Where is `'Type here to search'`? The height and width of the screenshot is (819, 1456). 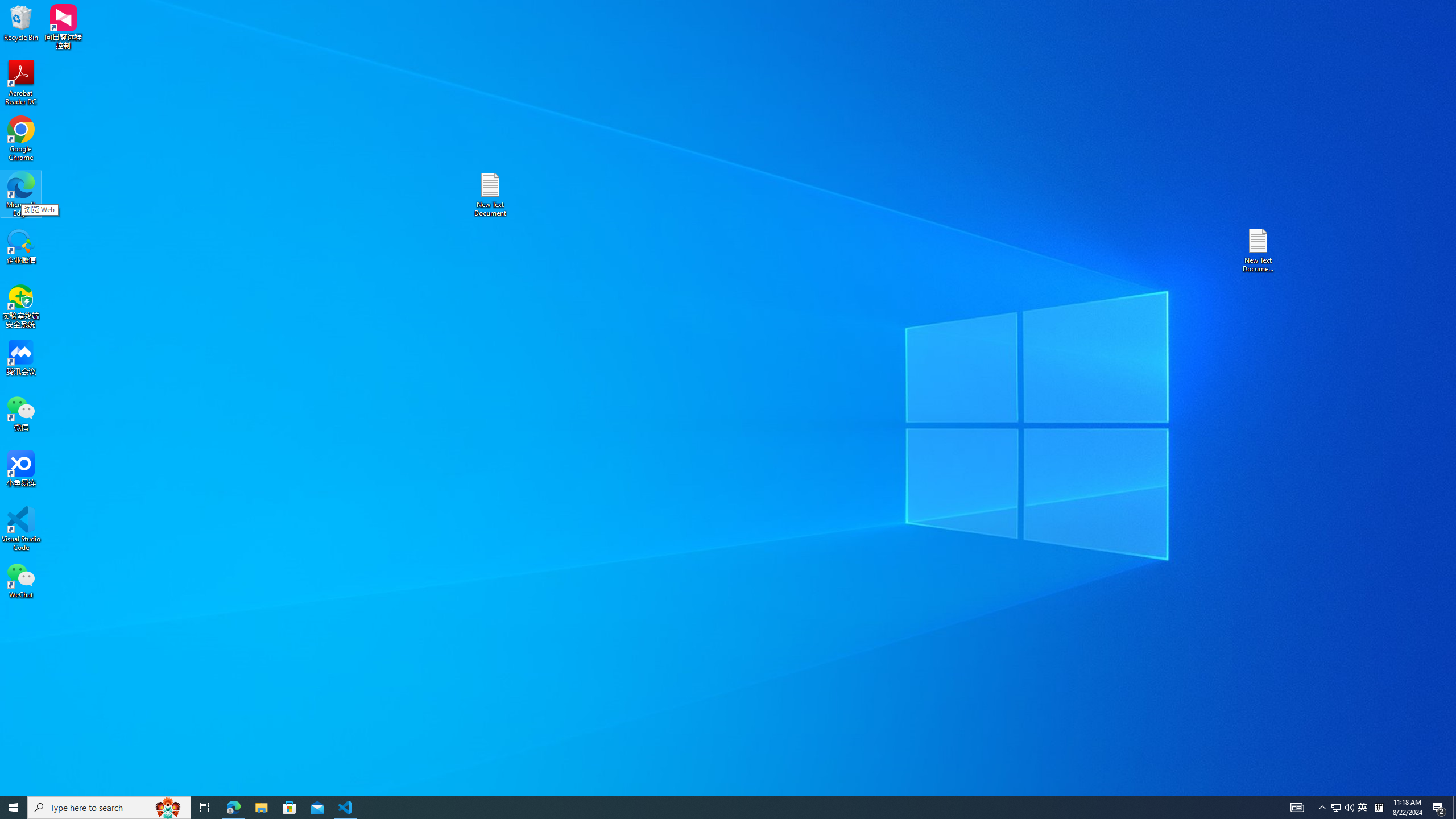 'Type here to search' is located at coordinates (109, 806).